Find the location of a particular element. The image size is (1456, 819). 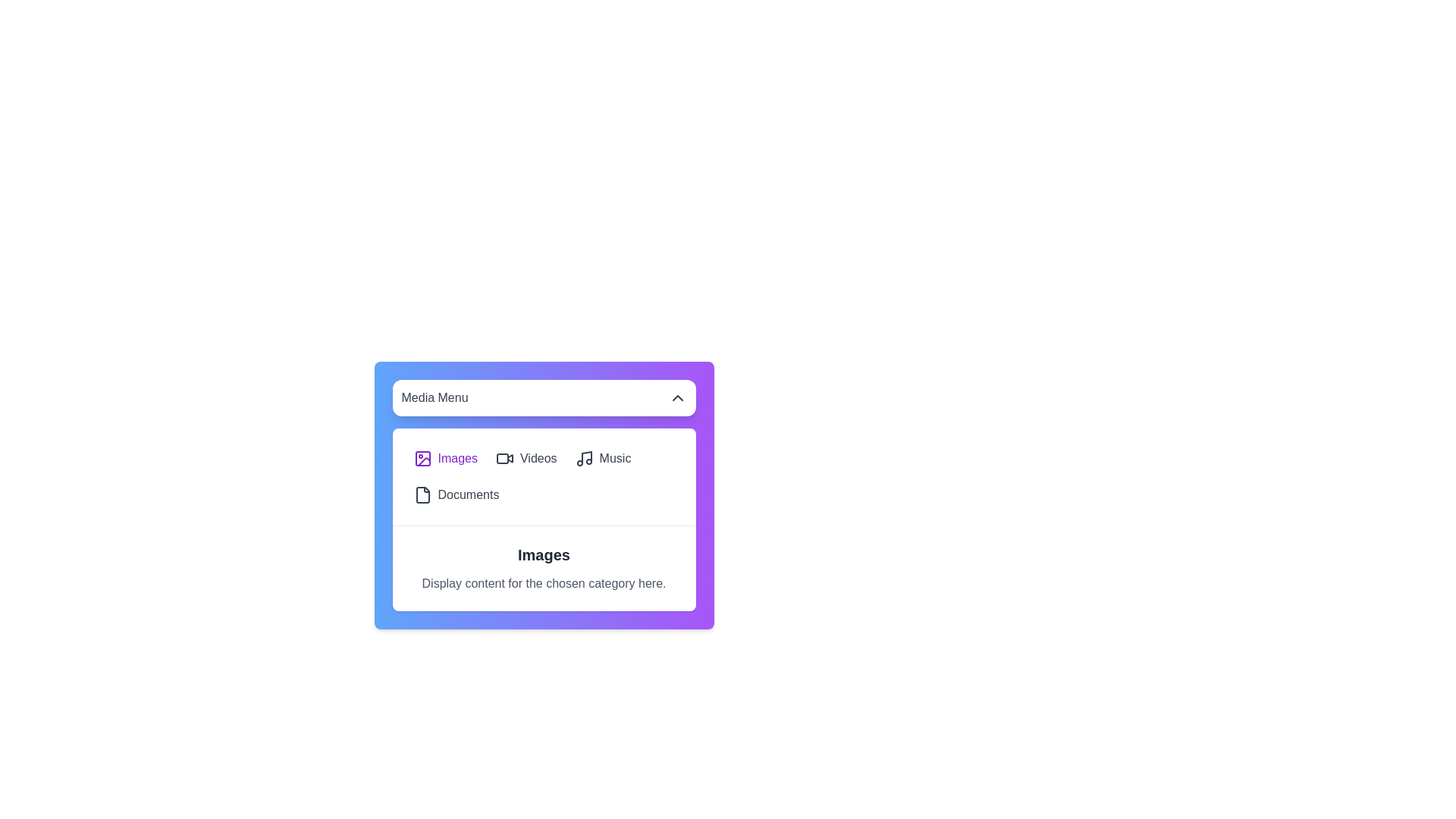

the compound component containing the title text 'Images' and descriptive text 'Display content for the chosen category here.' is located at coordinates (544, 568).